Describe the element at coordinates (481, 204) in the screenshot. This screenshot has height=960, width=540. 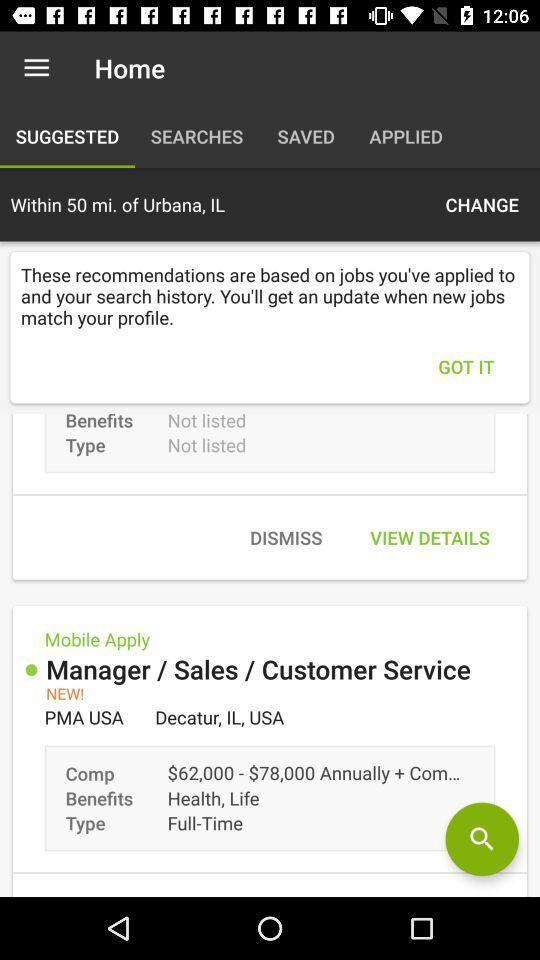
I see `icon above the these recommendations are icon` at that location.